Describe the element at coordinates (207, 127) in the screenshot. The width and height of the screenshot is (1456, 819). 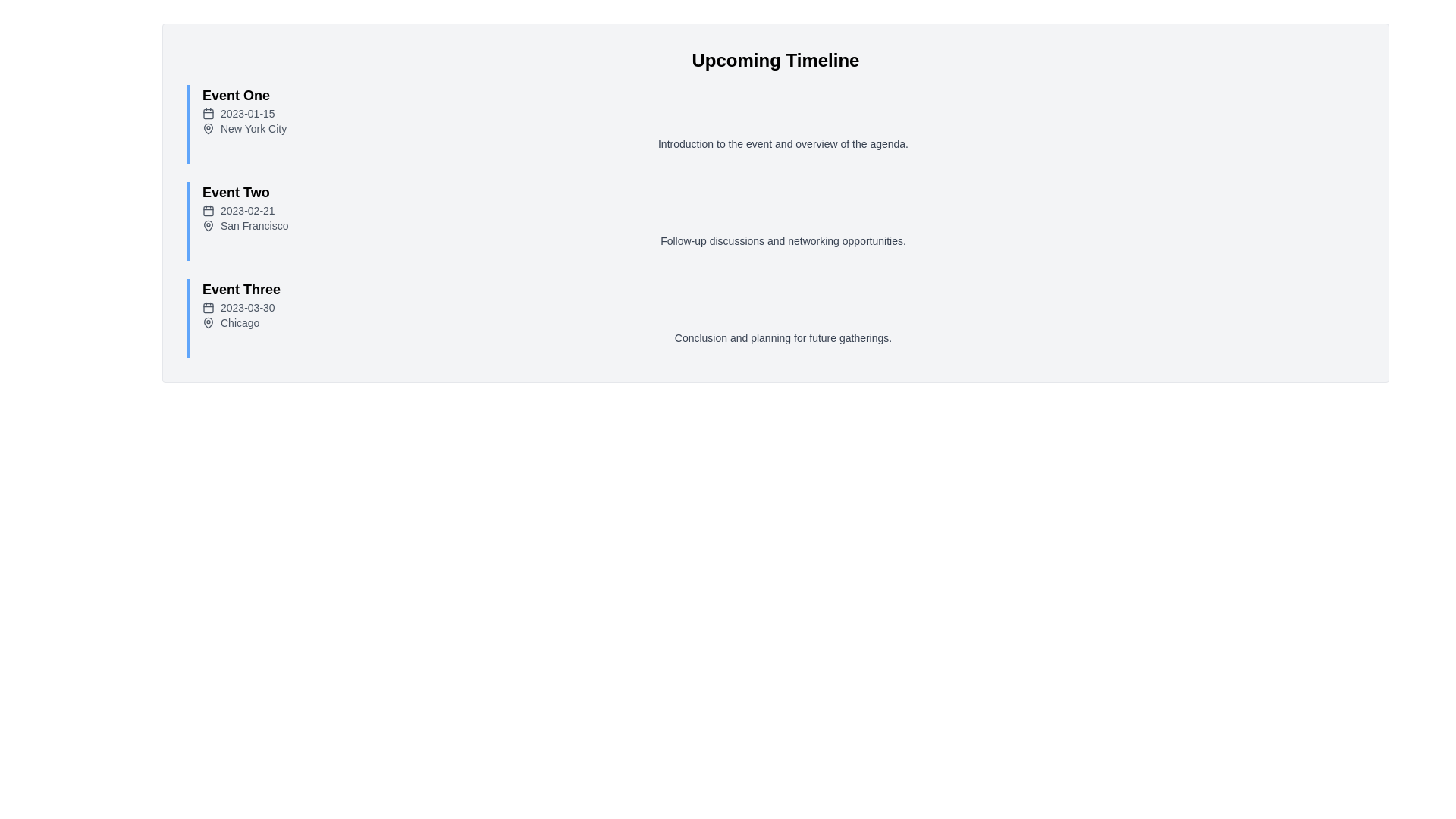
I see `the pin-shaped icon located to the left of the text 'New York City' in the 'Event One' section` at that location.